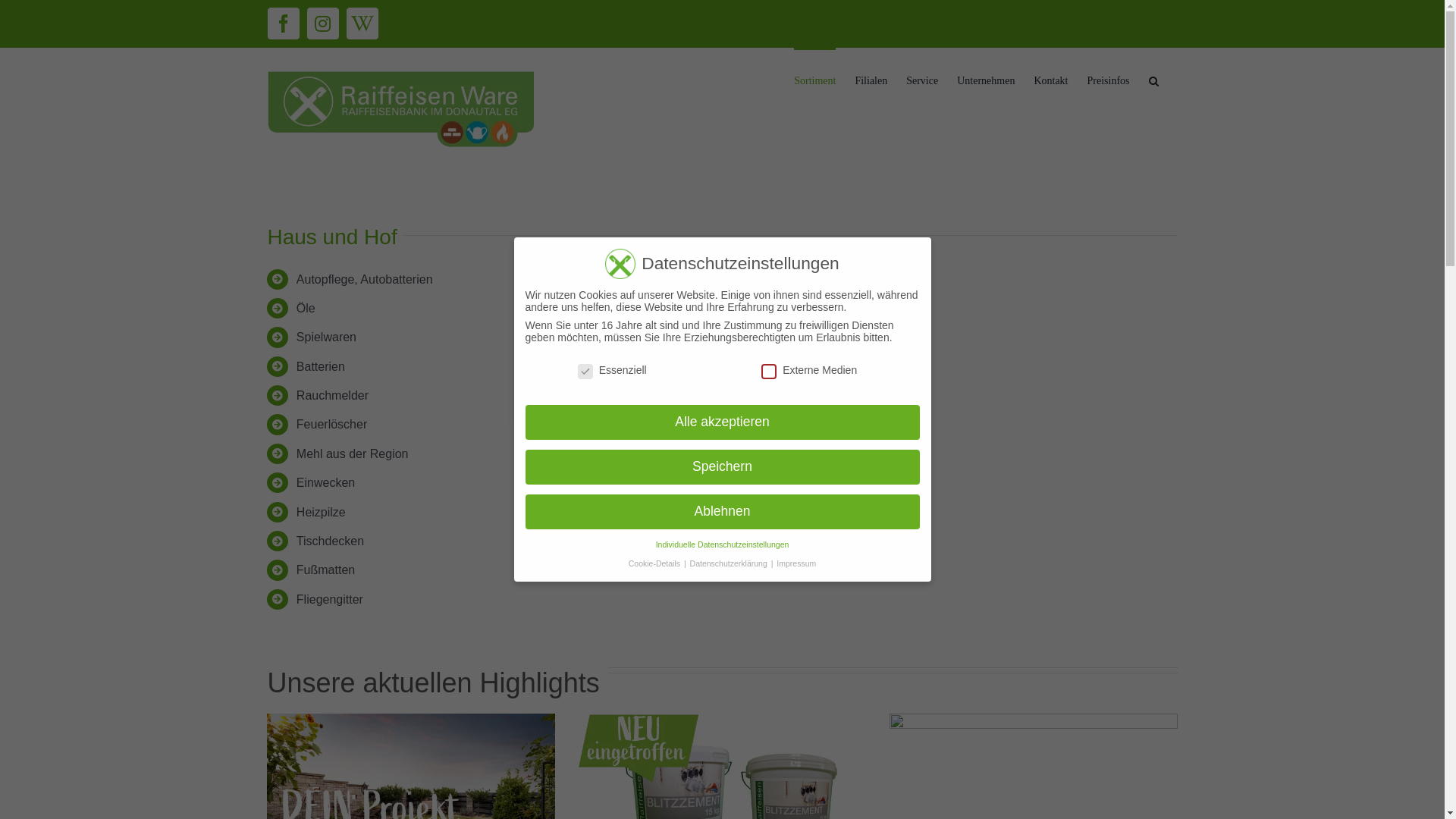 The image size is (1456, 819). I want to click on 'Speichern', so click(720, 466).